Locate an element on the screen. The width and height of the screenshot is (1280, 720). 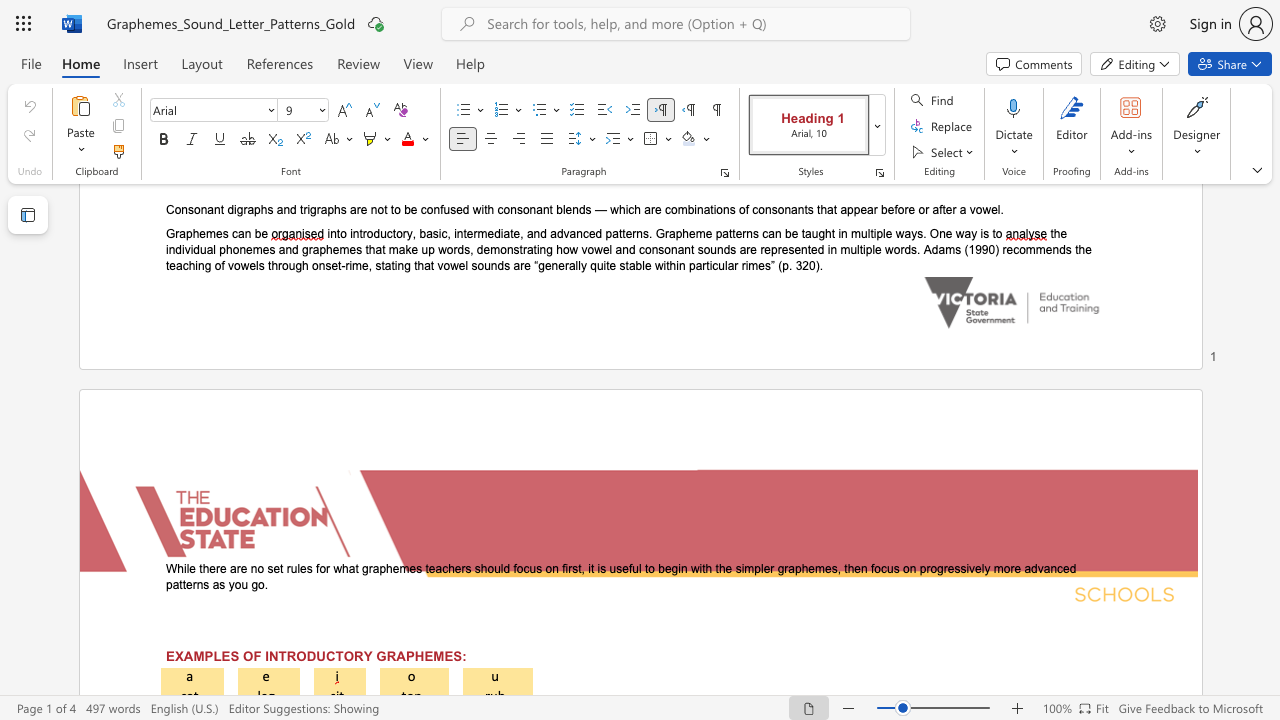
the subset text "cus on first, it is useful to begin with the simpler graphemes, then focus on progressively more advanced patterns a" within the text "While there are no set rules for what graphemes teachers should focus on first, it is useful to begin with the simpler graphemes, then focus on progressively more advanced patterns as you go" is located at coordinates (523, 569).